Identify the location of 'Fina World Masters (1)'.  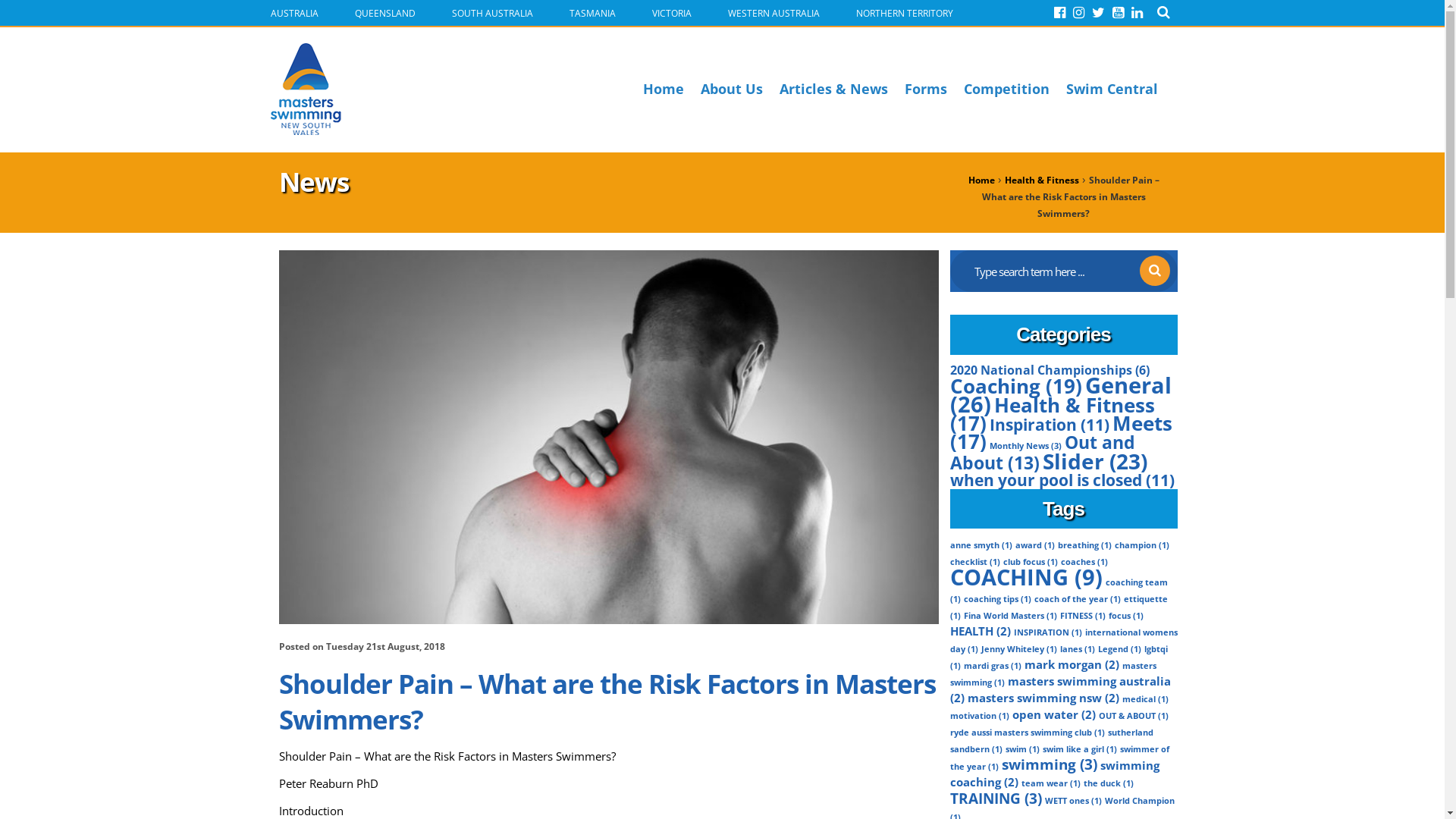
(1009, 616).